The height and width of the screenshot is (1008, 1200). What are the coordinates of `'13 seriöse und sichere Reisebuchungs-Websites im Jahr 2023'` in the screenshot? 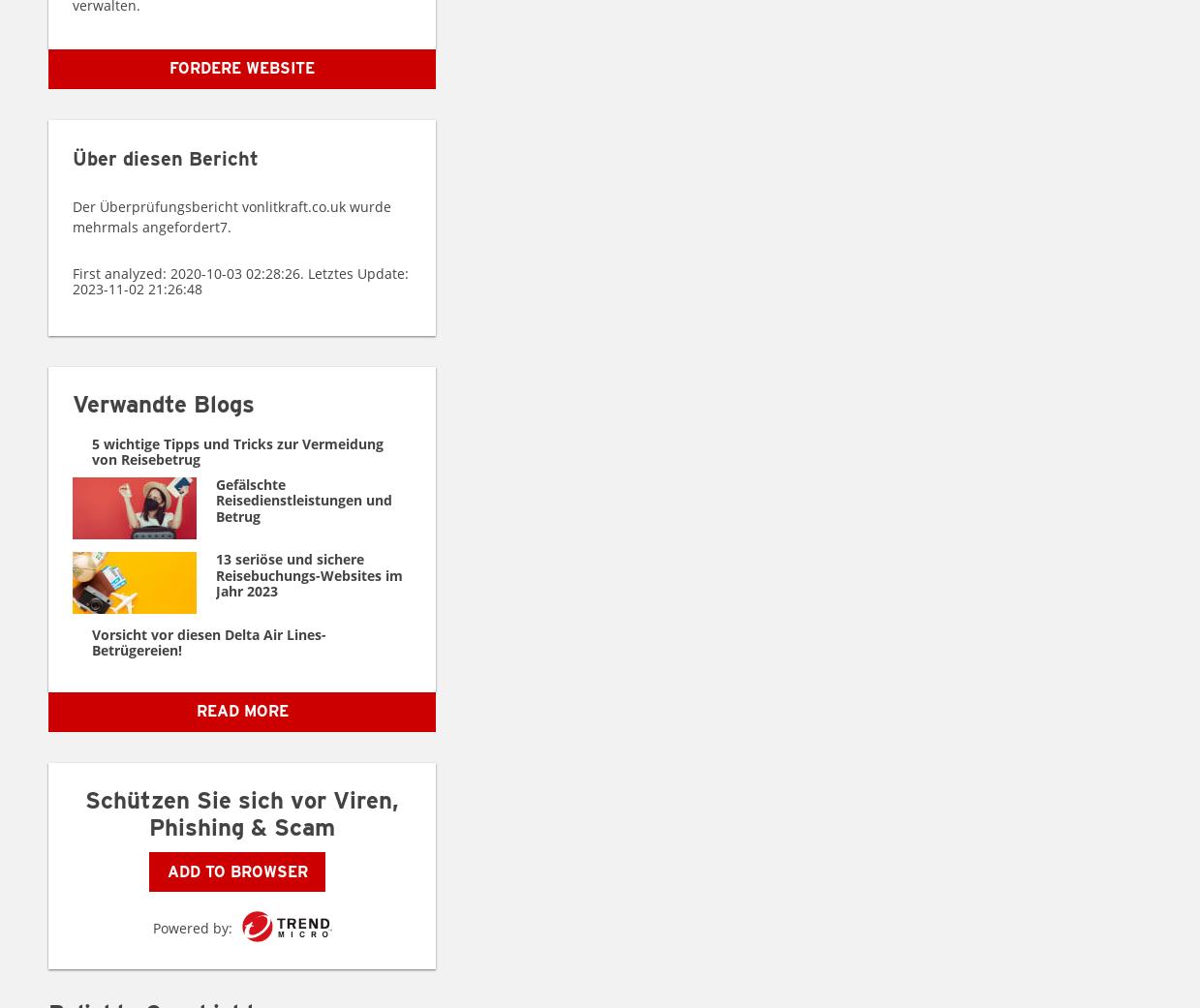 It's located at (215, 574).